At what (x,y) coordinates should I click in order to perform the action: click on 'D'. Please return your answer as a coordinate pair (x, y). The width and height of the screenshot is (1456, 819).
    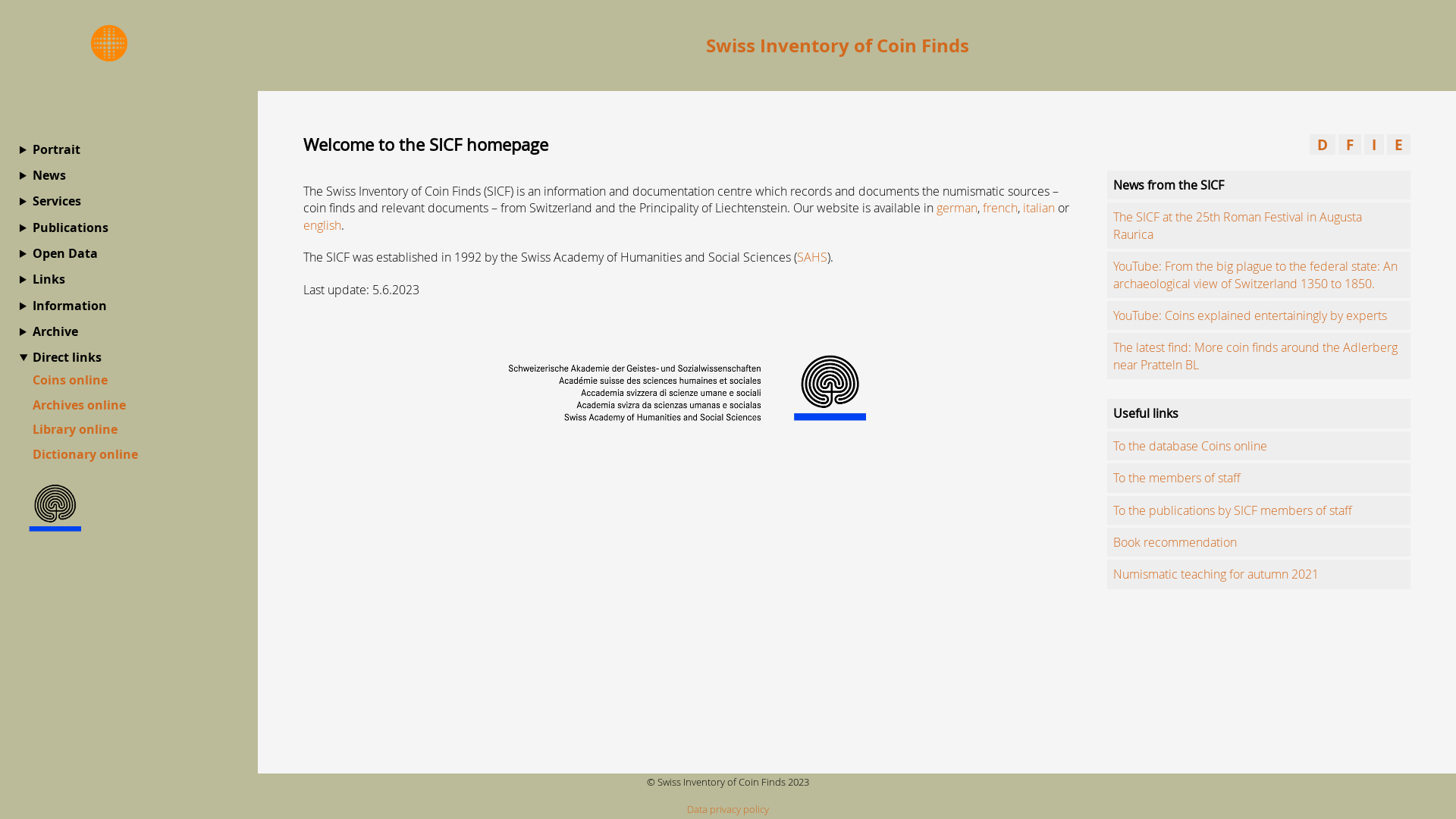
    Looking at the image, I should click on (1321, 144).